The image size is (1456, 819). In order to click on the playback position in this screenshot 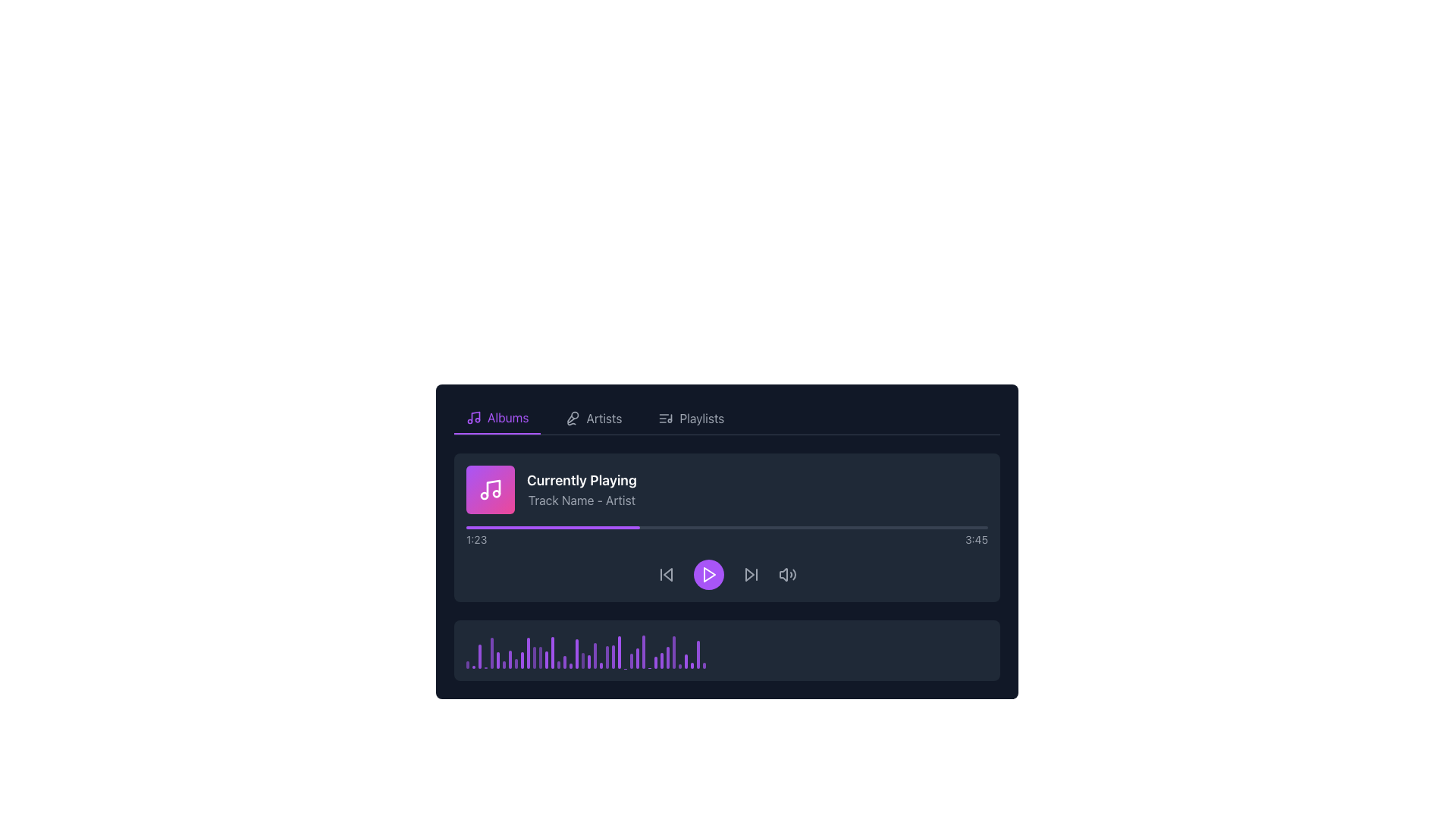, I will do `click(560, 526)`.